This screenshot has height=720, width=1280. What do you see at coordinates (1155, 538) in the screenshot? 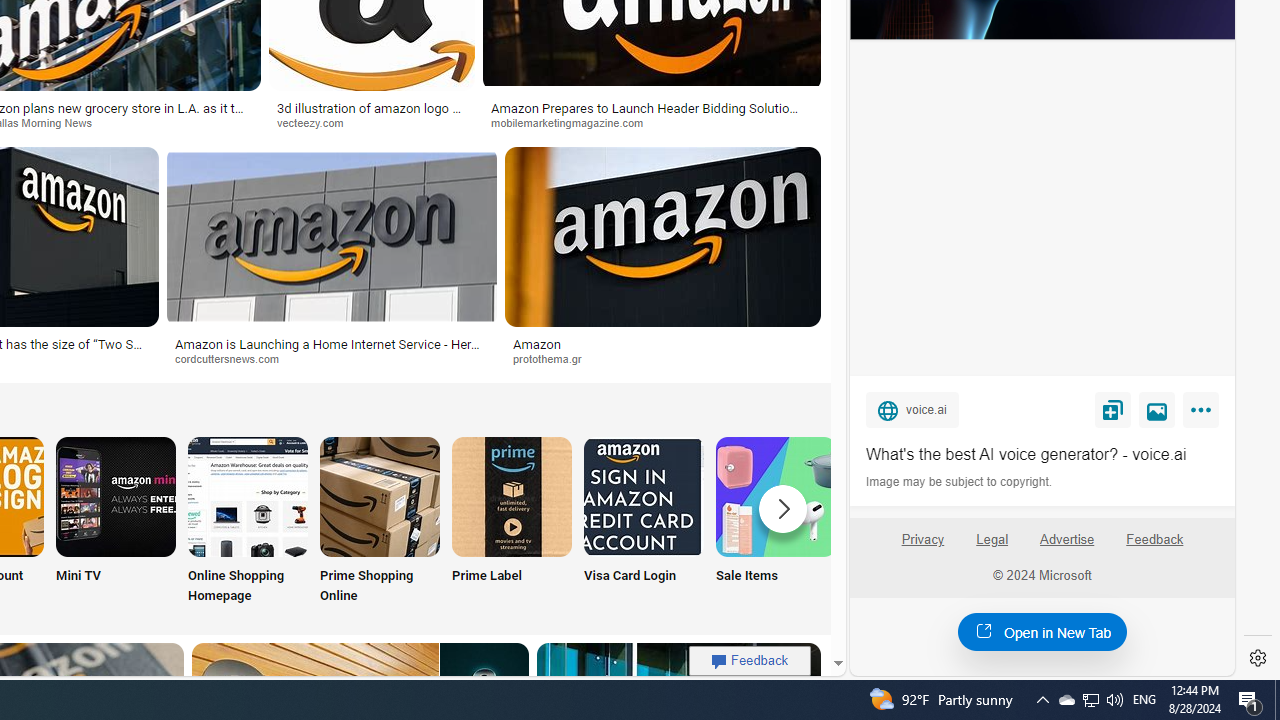
I see `'Feedback'` at bounding box center [1155, 538].